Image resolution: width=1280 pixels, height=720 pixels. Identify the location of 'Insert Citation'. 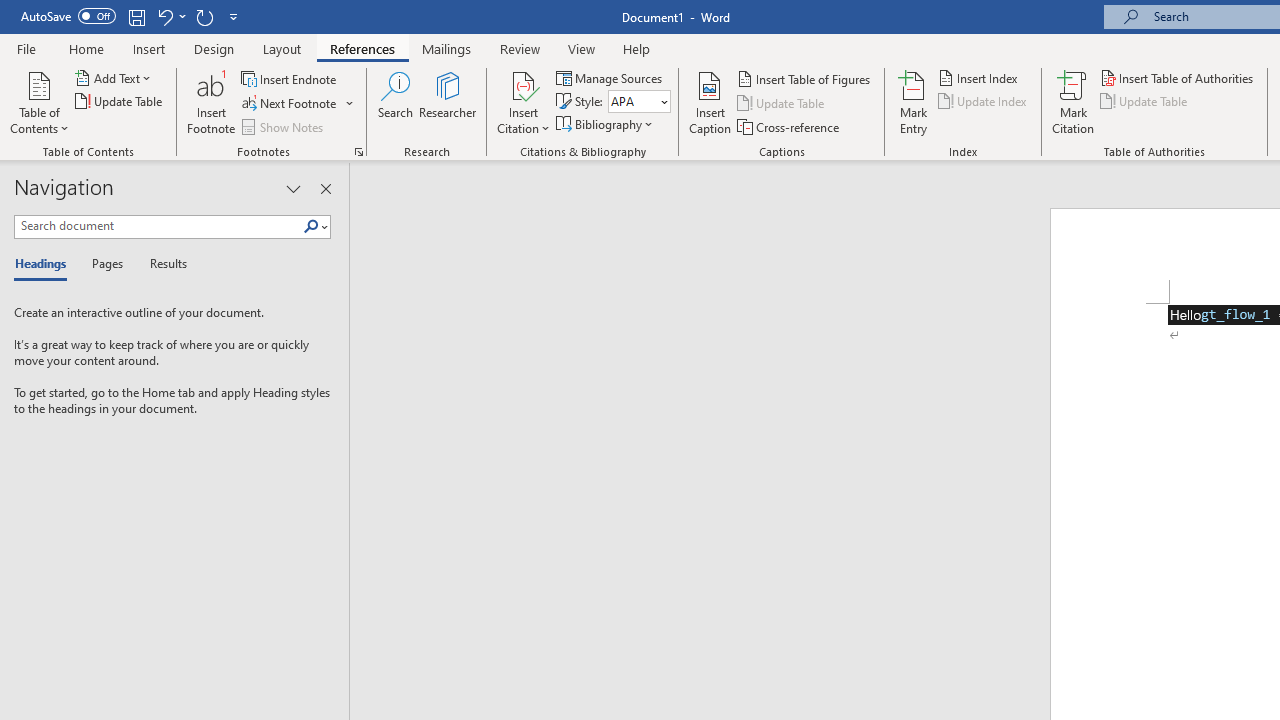
(524, 103).